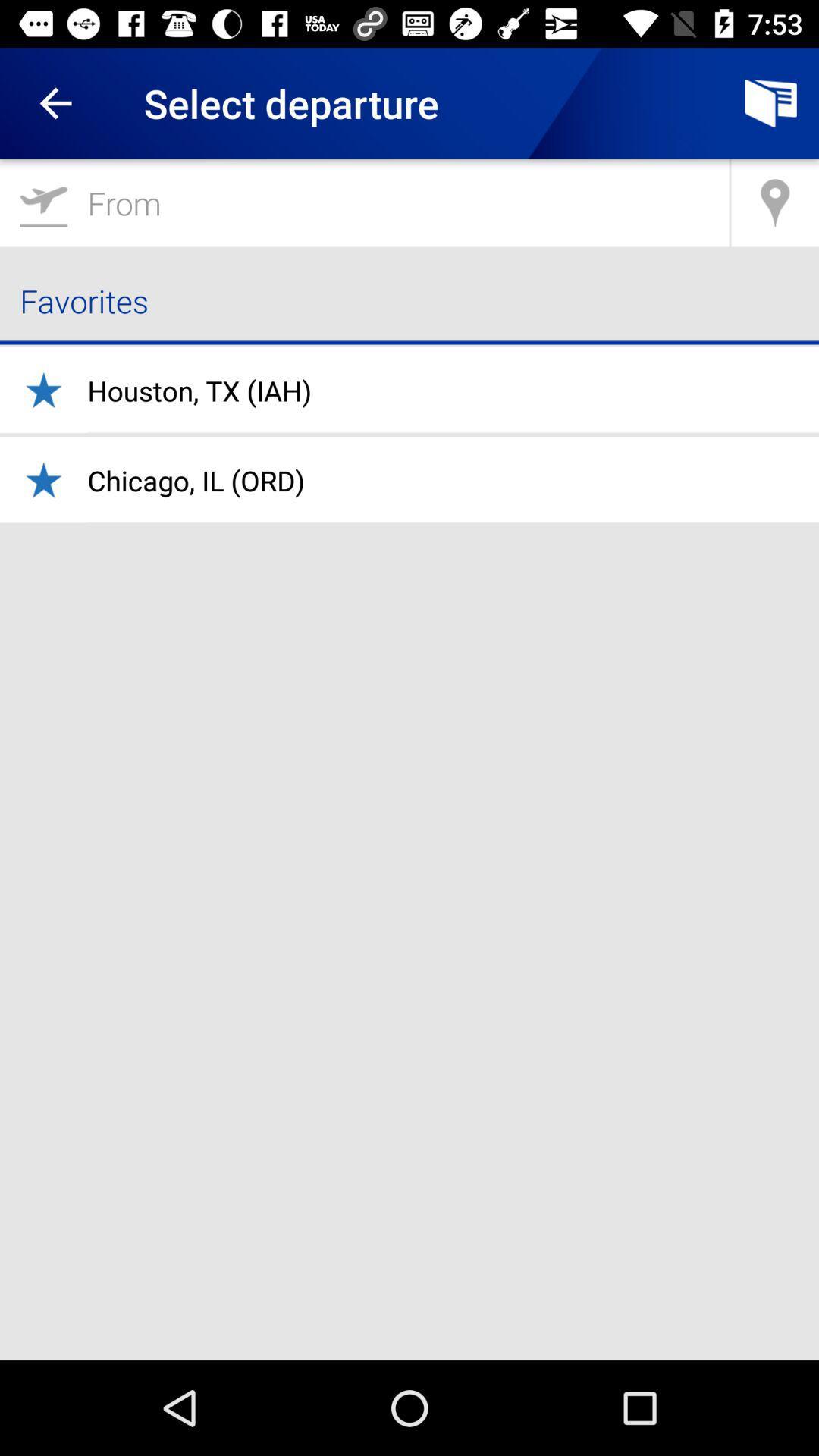 This screenshot has height=1456, width=819. I want to click on go airplanemode, so click(364, 202).